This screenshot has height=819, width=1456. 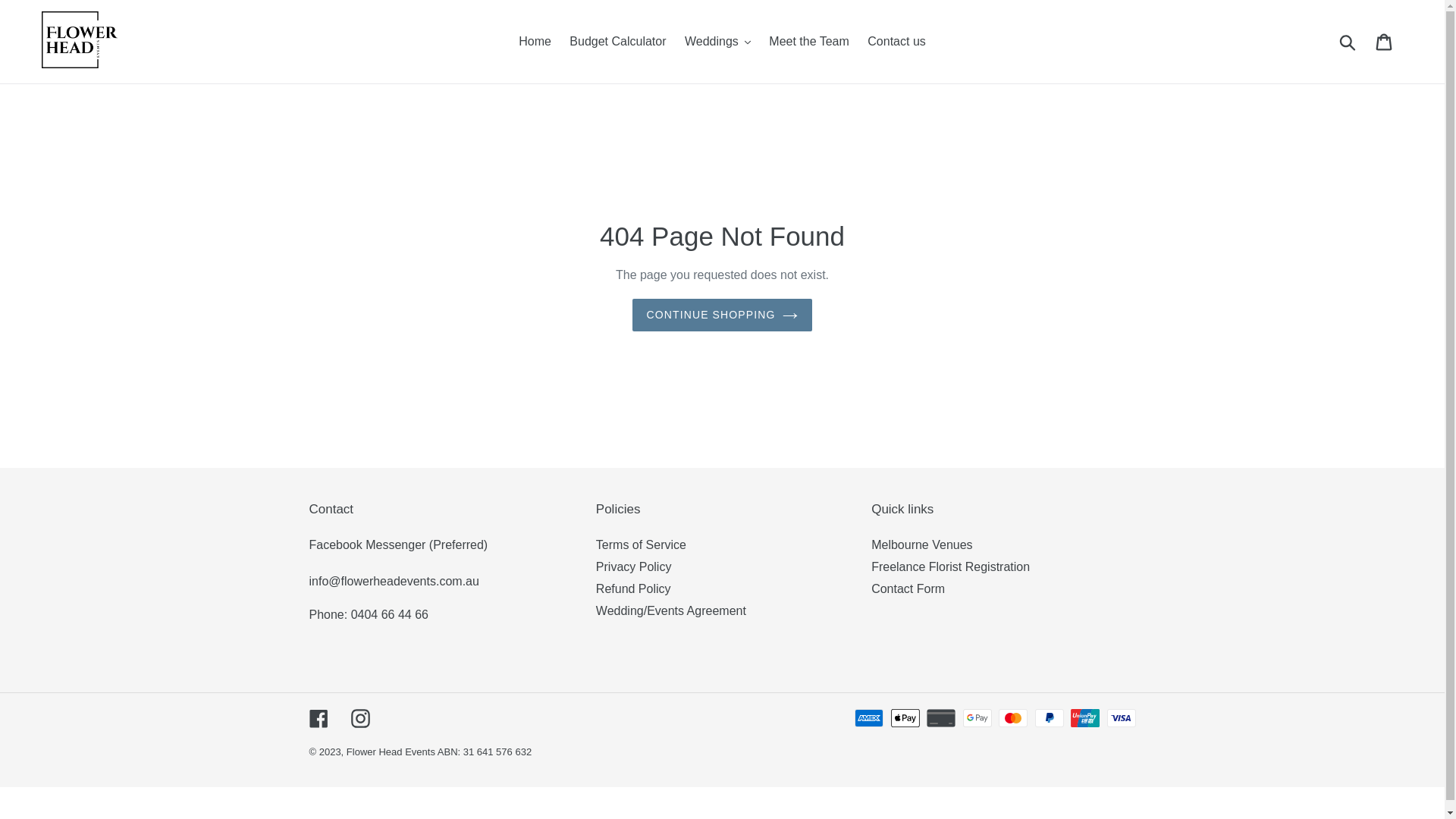 What do you see at coordinates (871, 588) in the screenshot?
I see `'Contact Form'` at bounding box center [871, 588].